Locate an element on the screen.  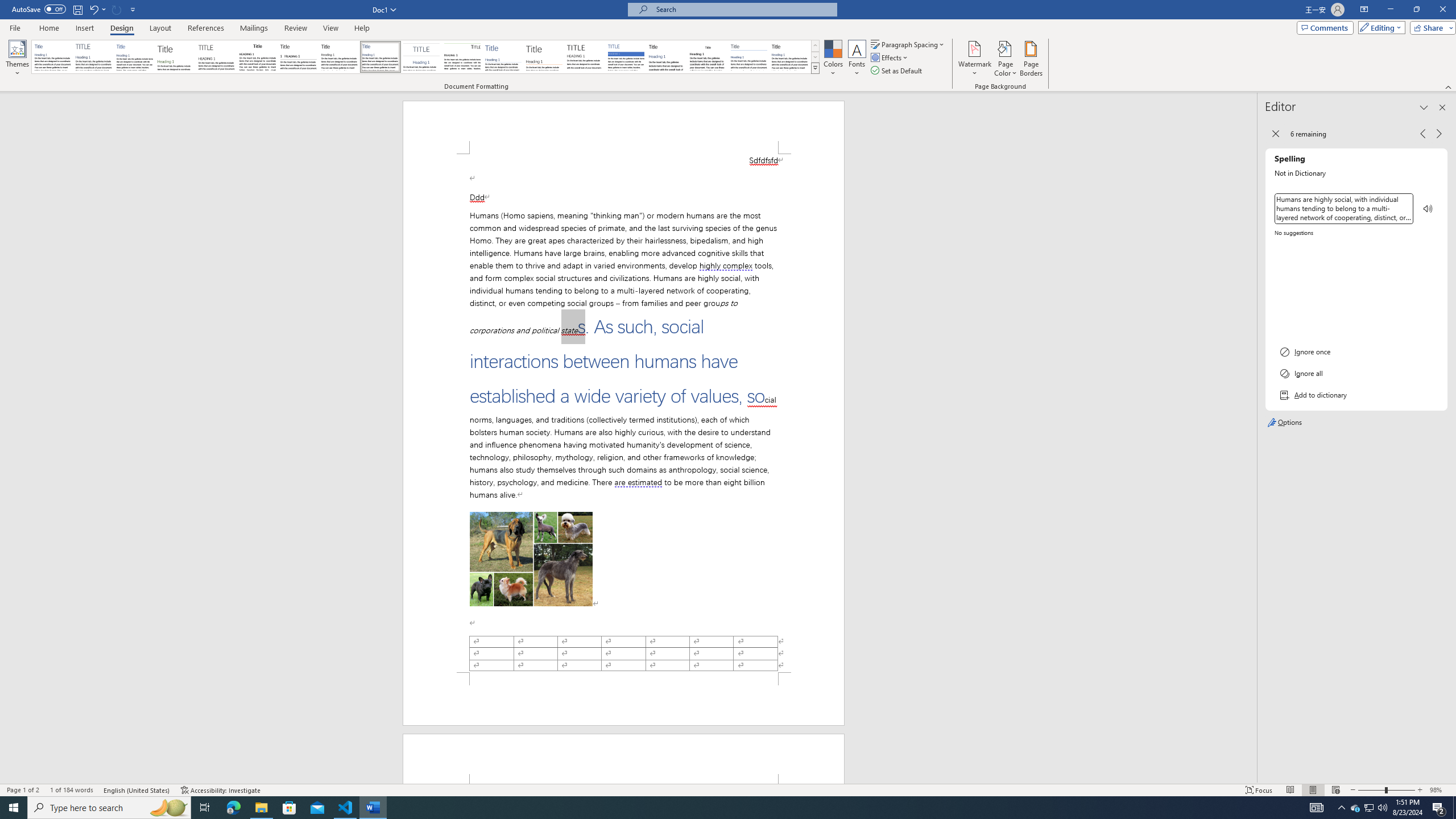
'Themes' is located at coordinates (16, 59).